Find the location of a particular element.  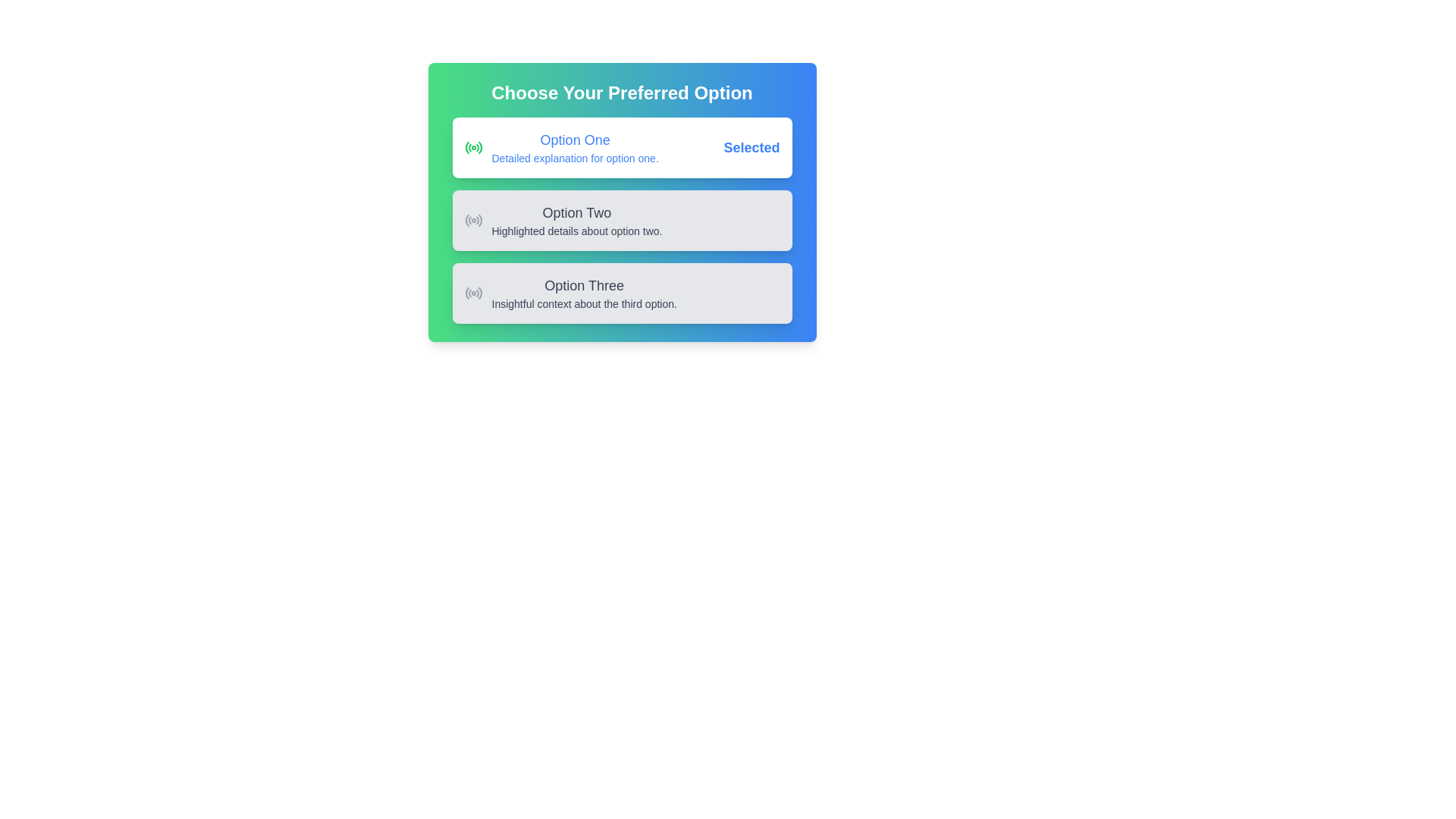

the button labeled 'Option Two' which features a light gray background, rounded corners, and contains a heading and secondary text is located at coordinates (622, 220).